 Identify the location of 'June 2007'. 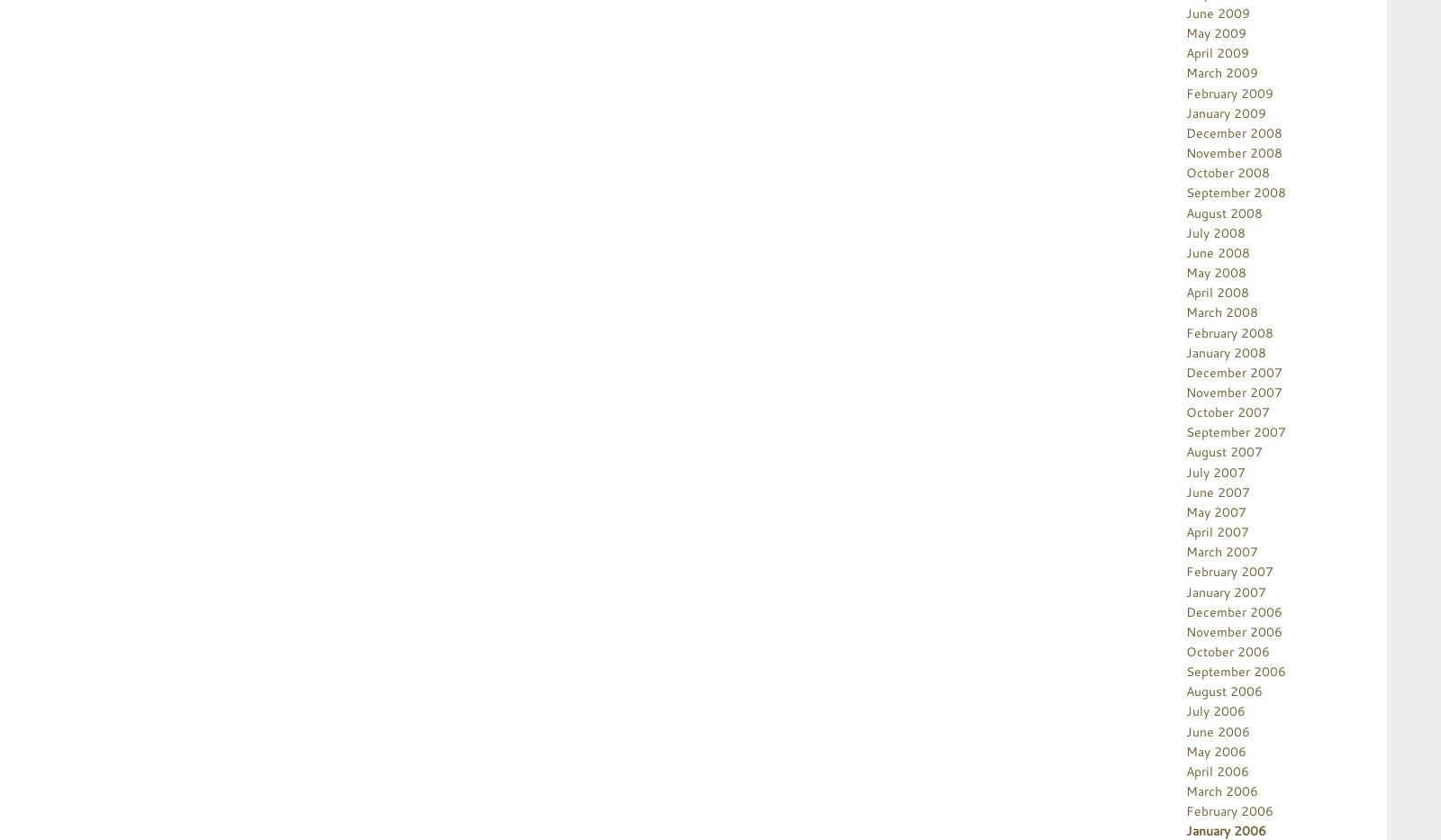
(1184, 490).